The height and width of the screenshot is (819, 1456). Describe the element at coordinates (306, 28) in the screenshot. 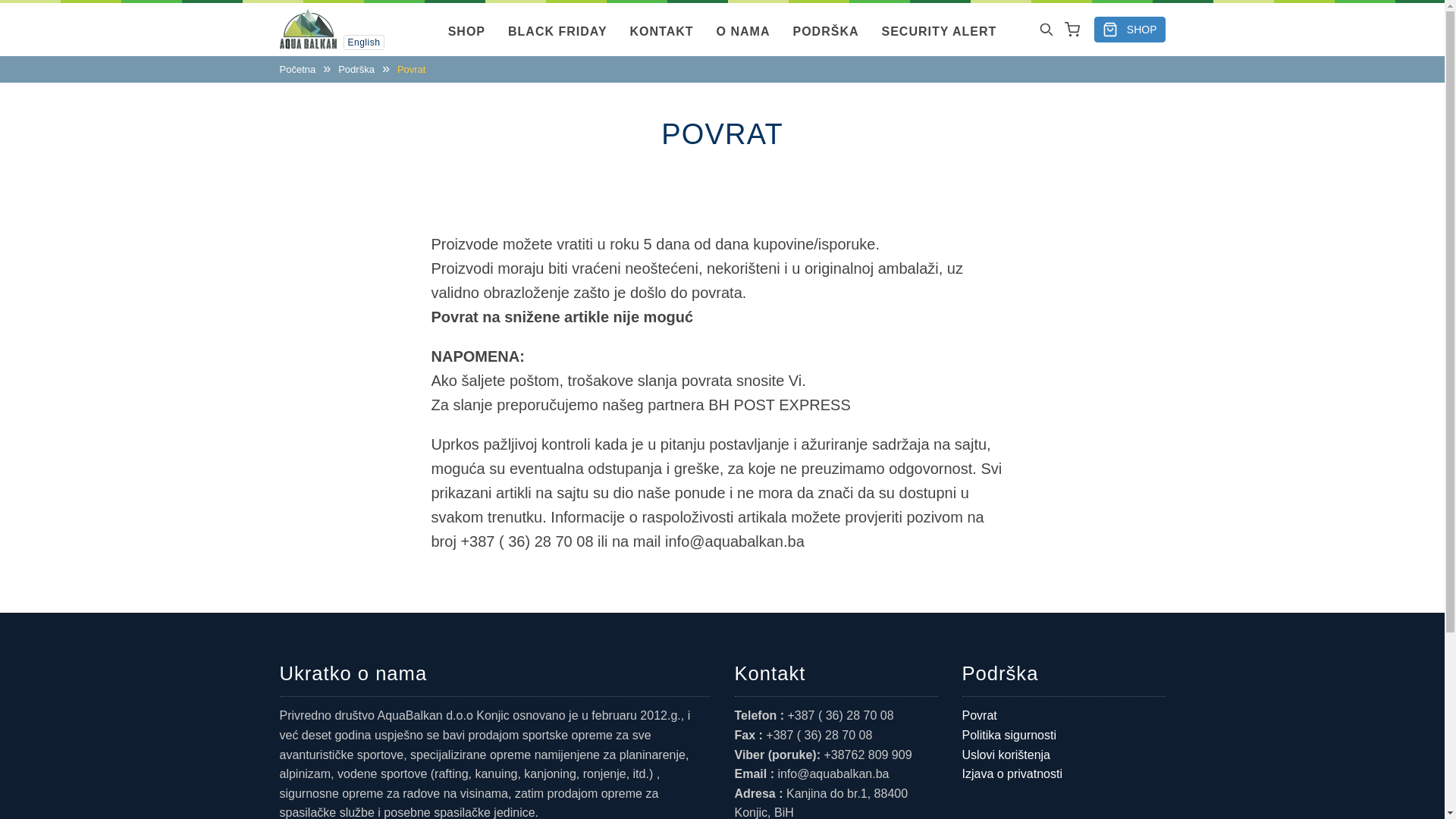

I see `'Naslovna'` at that location.